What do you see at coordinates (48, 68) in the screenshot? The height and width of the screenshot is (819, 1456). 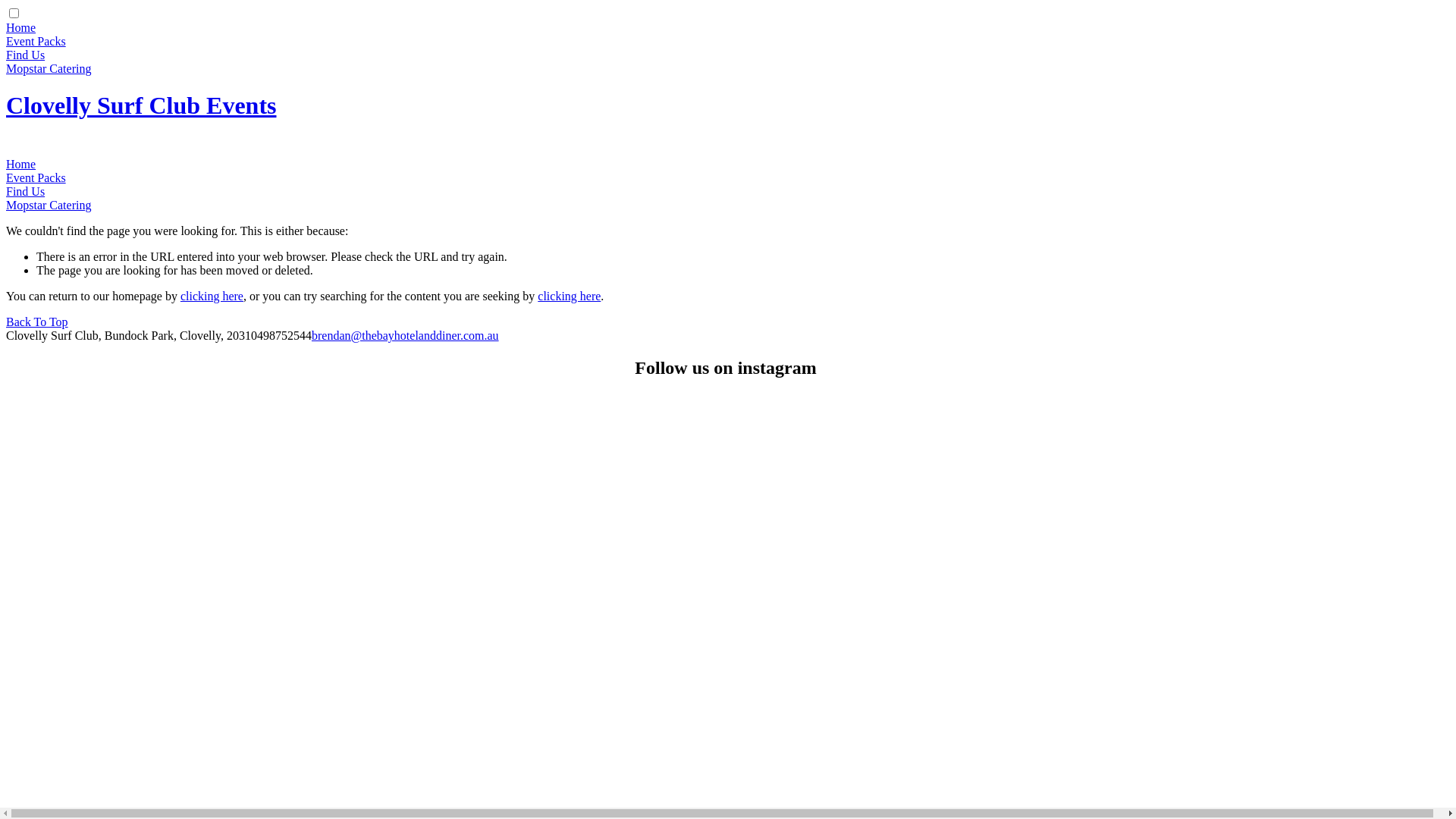 I see `'Mopstar Catering'` at bounding box center [48, 68].